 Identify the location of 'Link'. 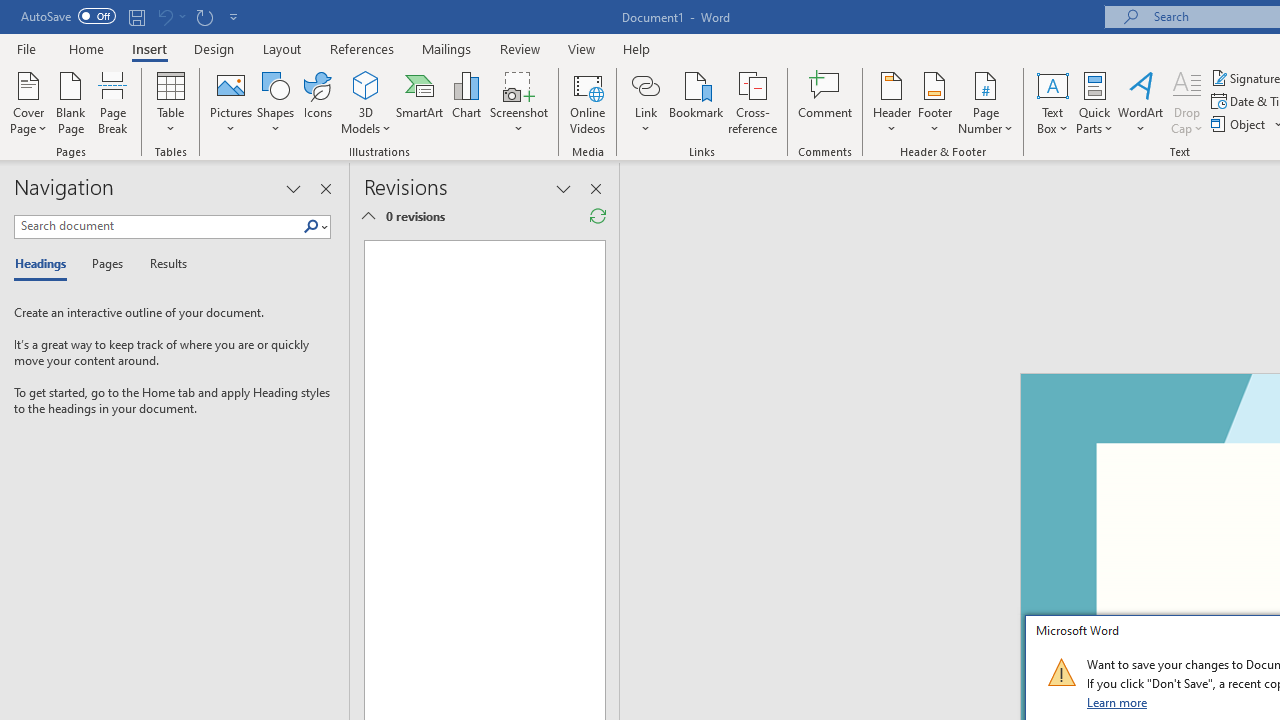
(645, 84).